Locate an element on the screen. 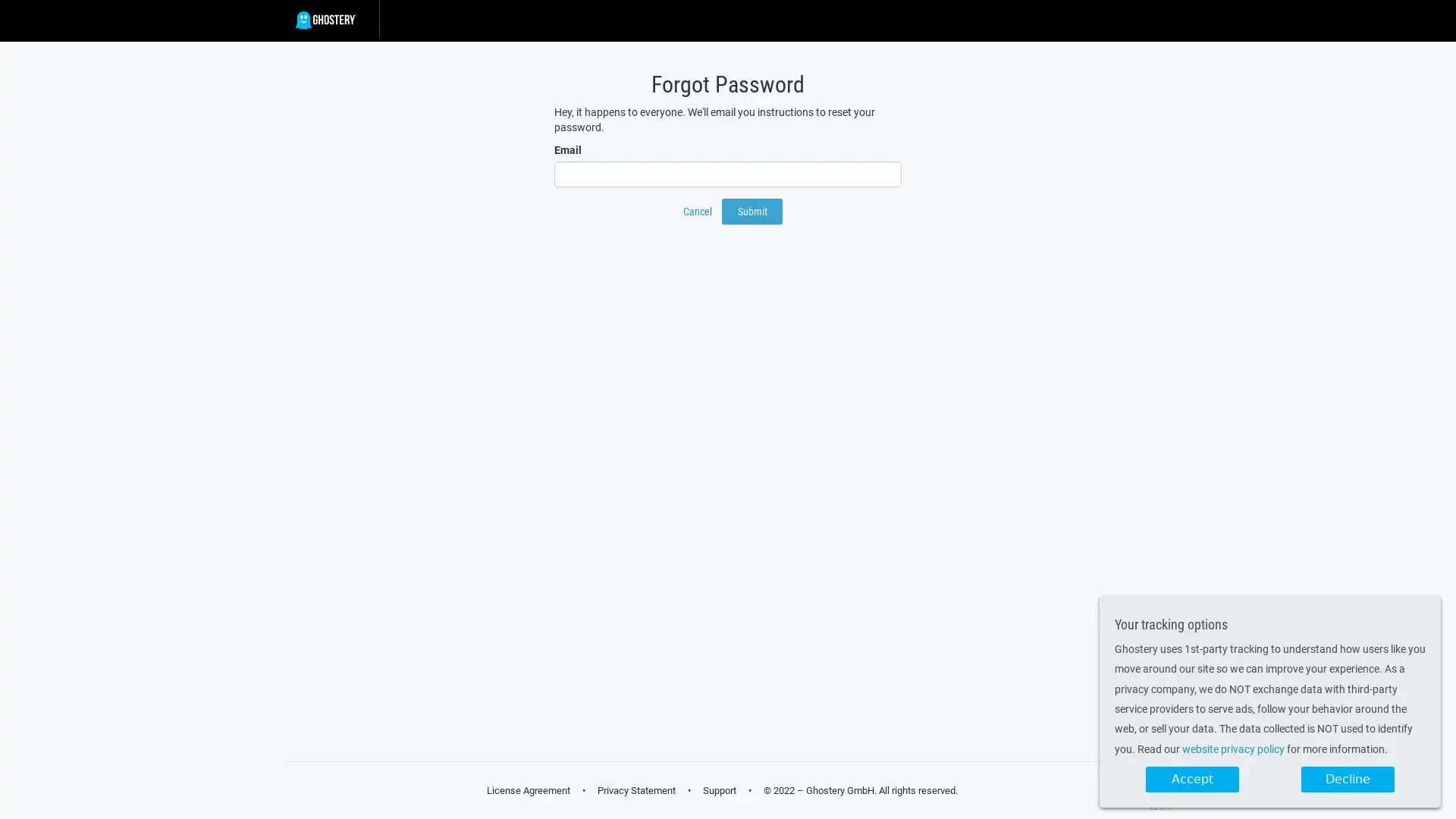 This screenshot has width=1456, height=819. Accept is located at coordinates (1191, 780).